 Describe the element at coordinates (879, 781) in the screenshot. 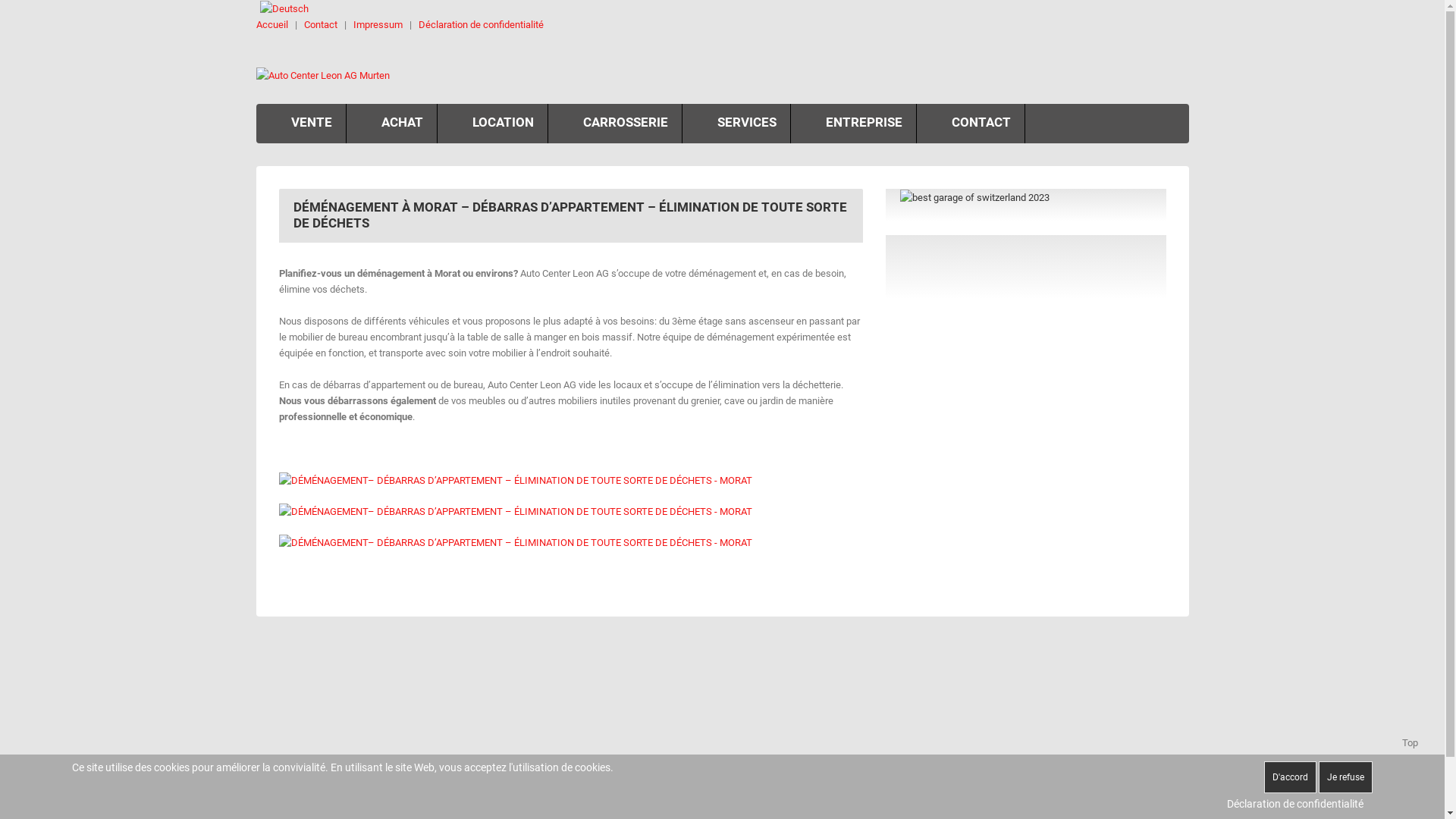

I see `'026 672 21 25'` at that location.